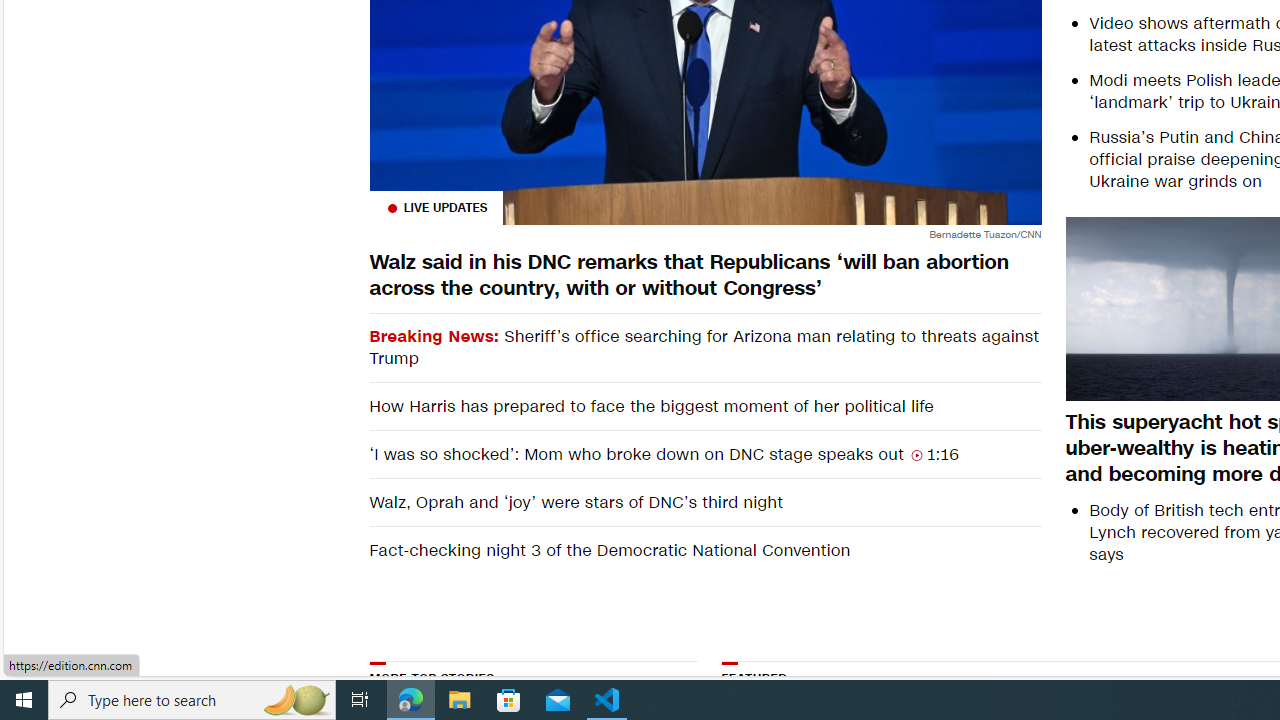  What do you see at coordinates (916, 455) in the screenshot?
I see `'Class: container__video-duration-icon'` at bounding box center [916, 455].